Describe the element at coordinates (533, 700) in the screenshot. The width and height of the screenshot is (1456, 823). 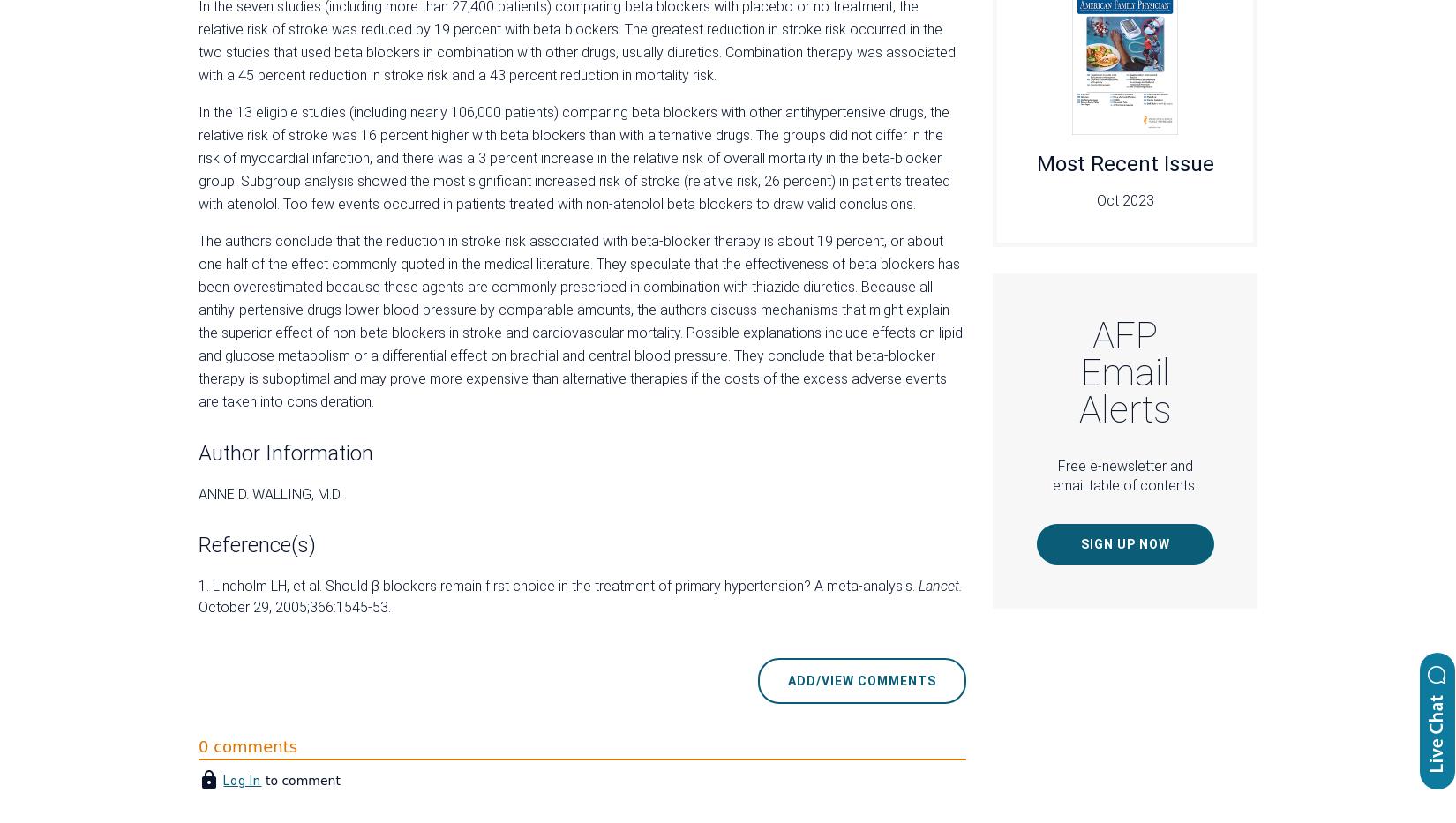
I see `'Subscribers'` at that location.